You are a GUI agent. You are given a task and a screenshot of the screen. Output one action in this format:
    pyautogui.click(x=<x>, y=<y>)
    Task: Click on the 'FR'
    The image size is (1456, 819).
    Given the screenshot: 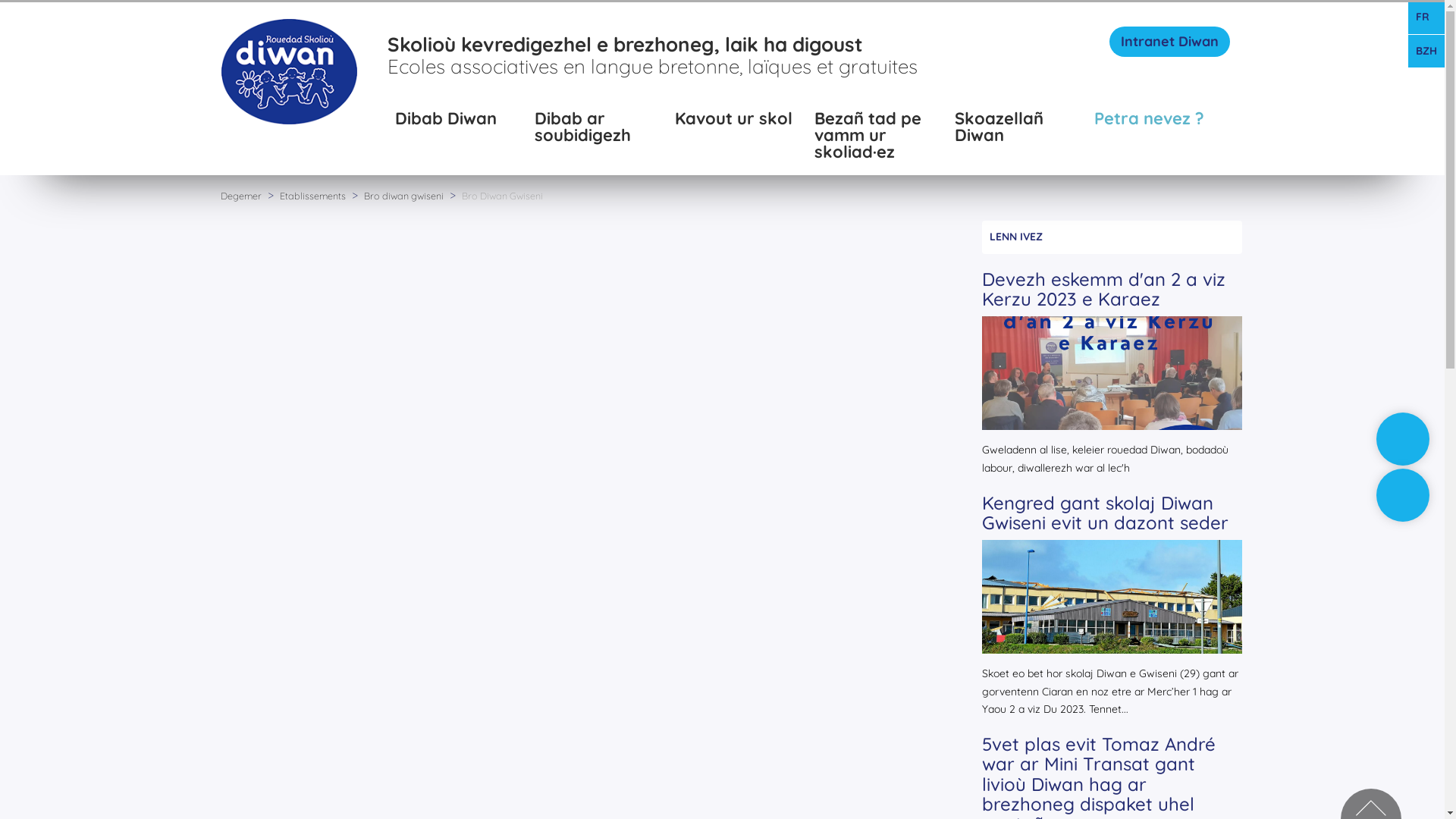 What is the action you would take?
    pyautogui.click(x=1426, y=17)
    